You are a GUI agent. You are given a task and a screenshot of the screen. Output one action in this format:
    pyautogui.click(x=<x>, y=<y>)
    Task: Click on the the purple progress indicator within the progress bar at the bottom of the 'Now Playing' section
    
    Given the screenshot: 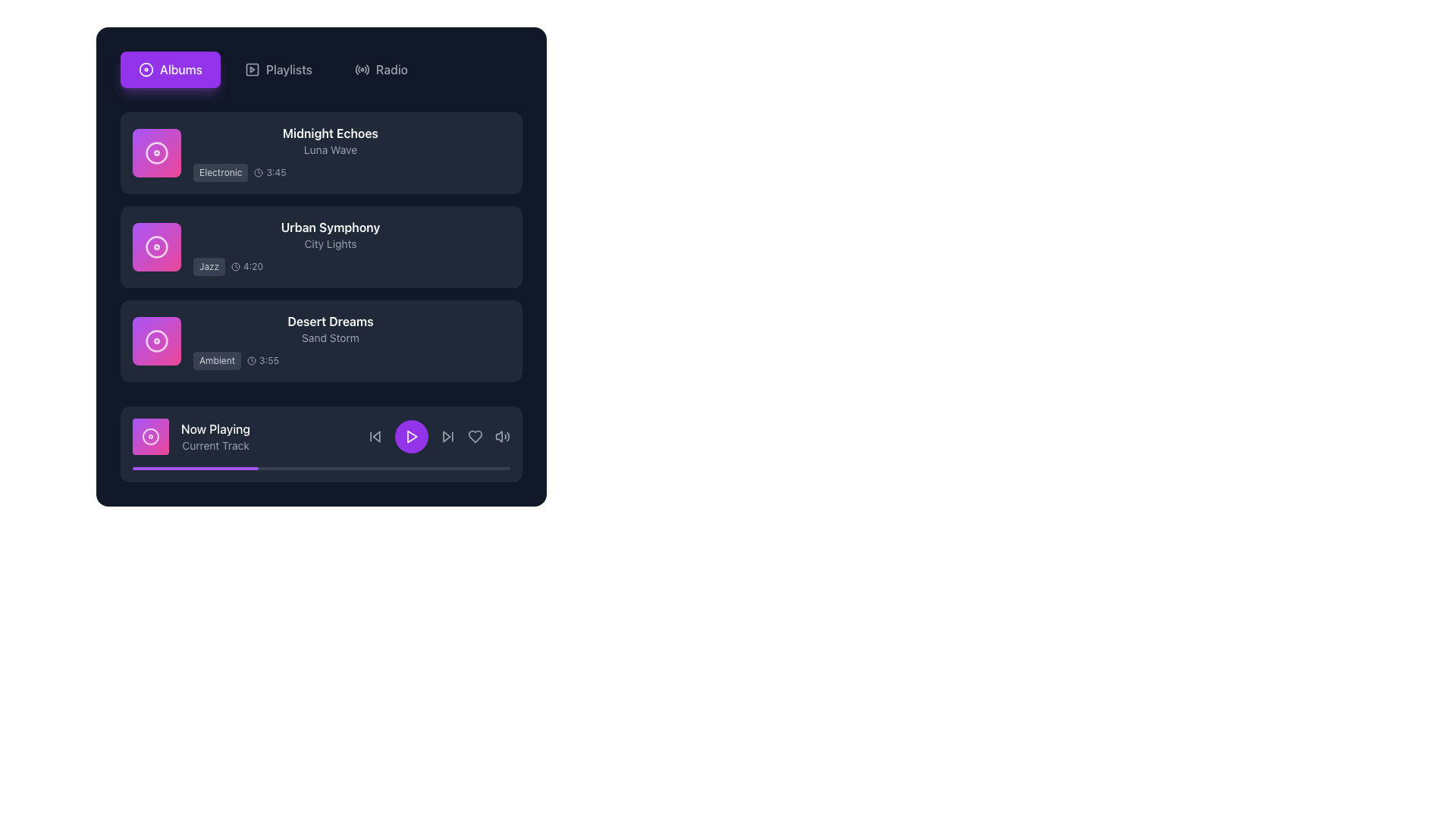 What is the action you would take?
    pyautogui.click(x=195, y=467)
    